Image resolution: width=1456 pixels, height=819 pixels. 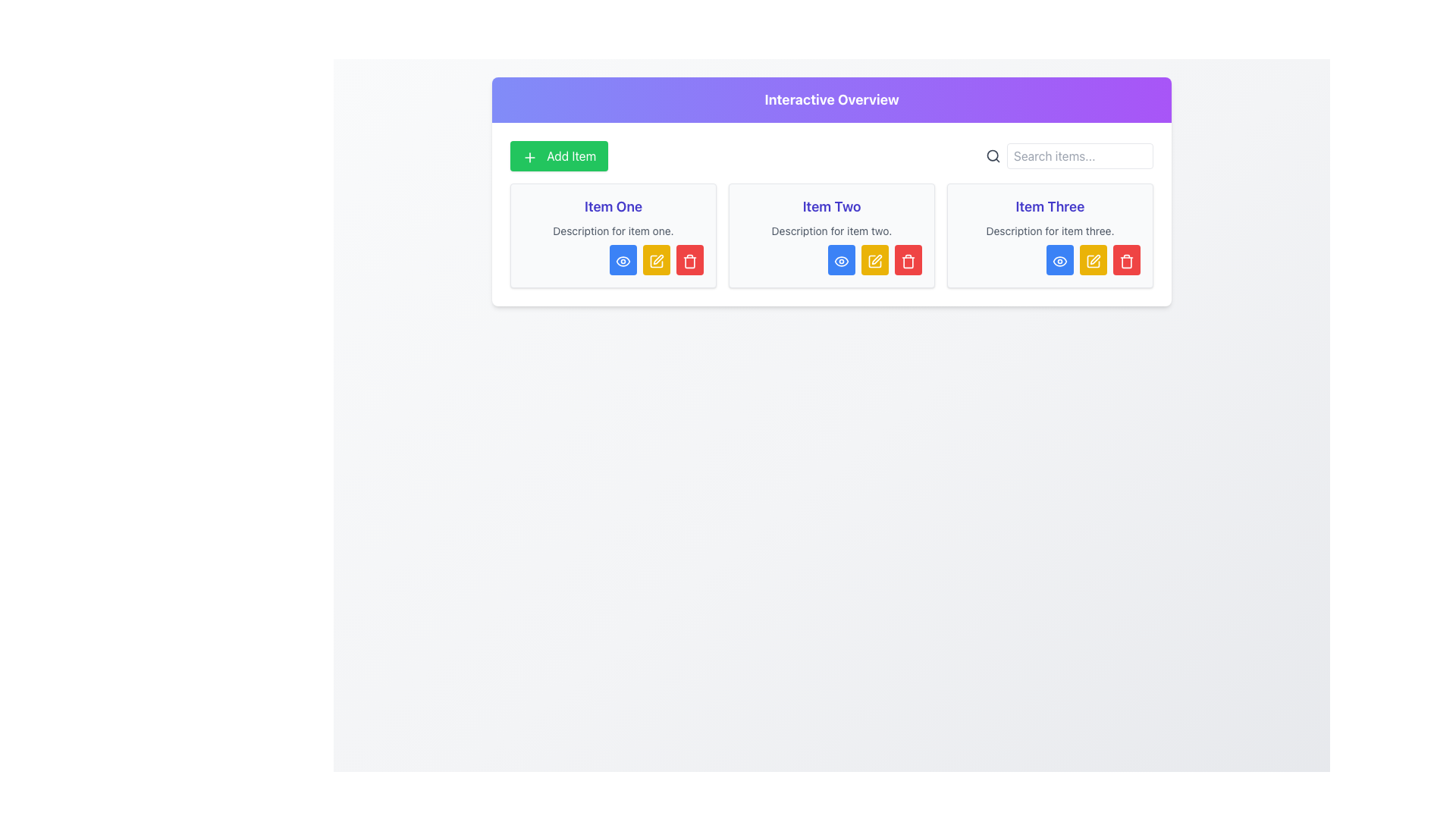 I want to click on the first action button labeled 'view' in the horizontal group of three buttons at the bottom of 'Item One', so click(x=623, y=259).